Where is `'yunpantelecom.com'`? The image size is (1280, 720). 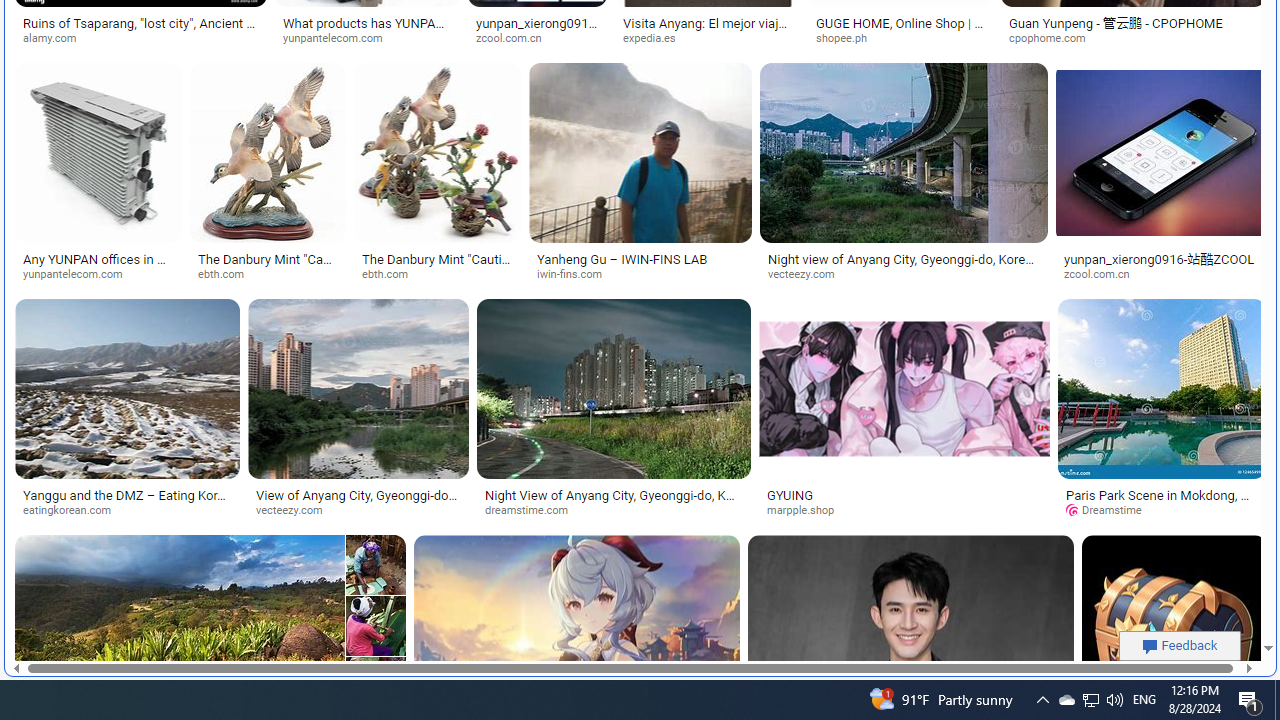 'yunpantelecom.com' is located at coordinates (97, 275).